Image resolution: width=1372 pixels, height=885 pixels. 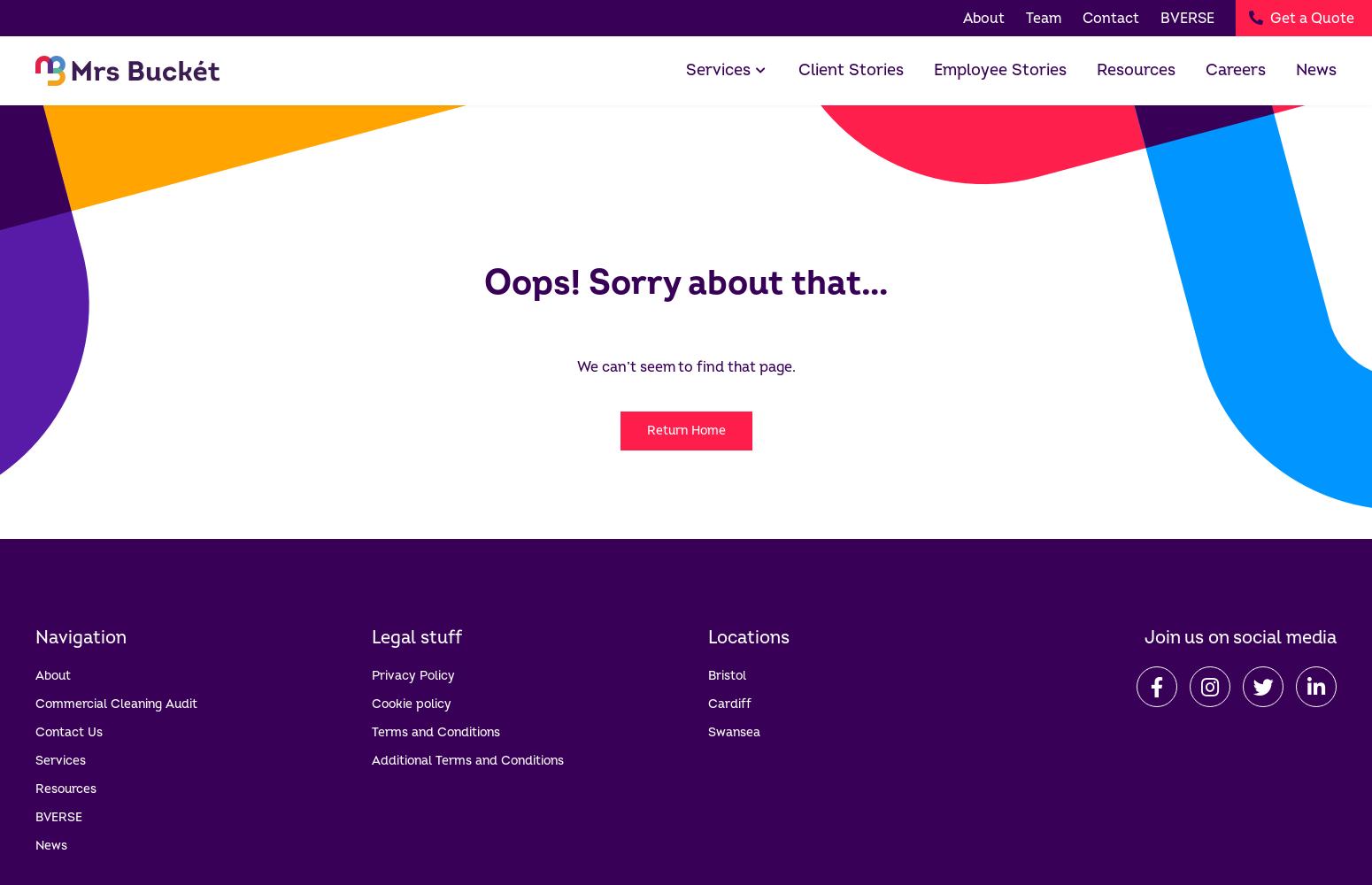 I want to click on 'Cookie policy', so click(x=412, y=704).